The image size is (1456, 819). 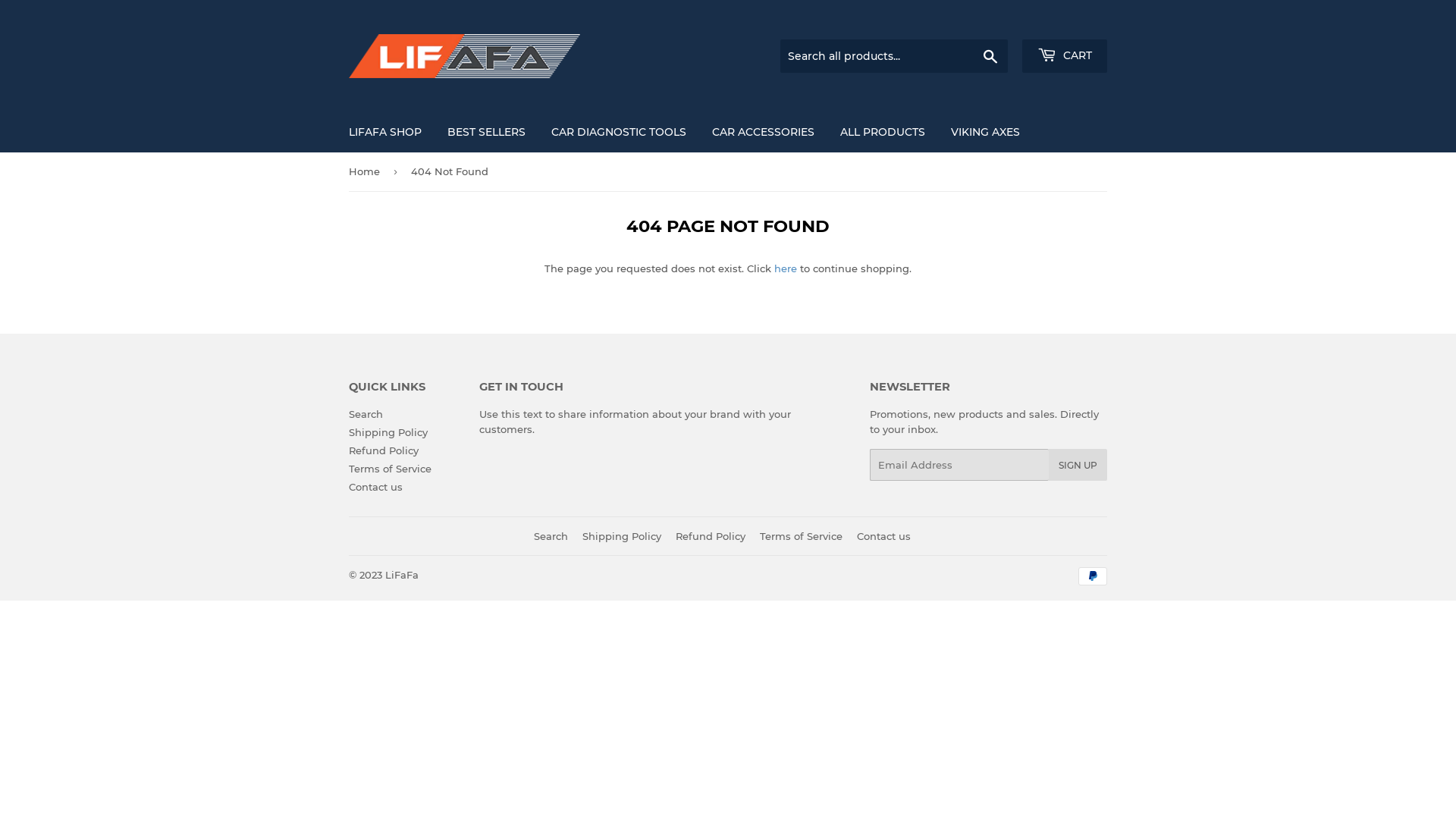 What do you see at coordinates (700, 130) in the screenshot?
I see `'CAR ACCESSORIES'` at bounding box center [700, 130].